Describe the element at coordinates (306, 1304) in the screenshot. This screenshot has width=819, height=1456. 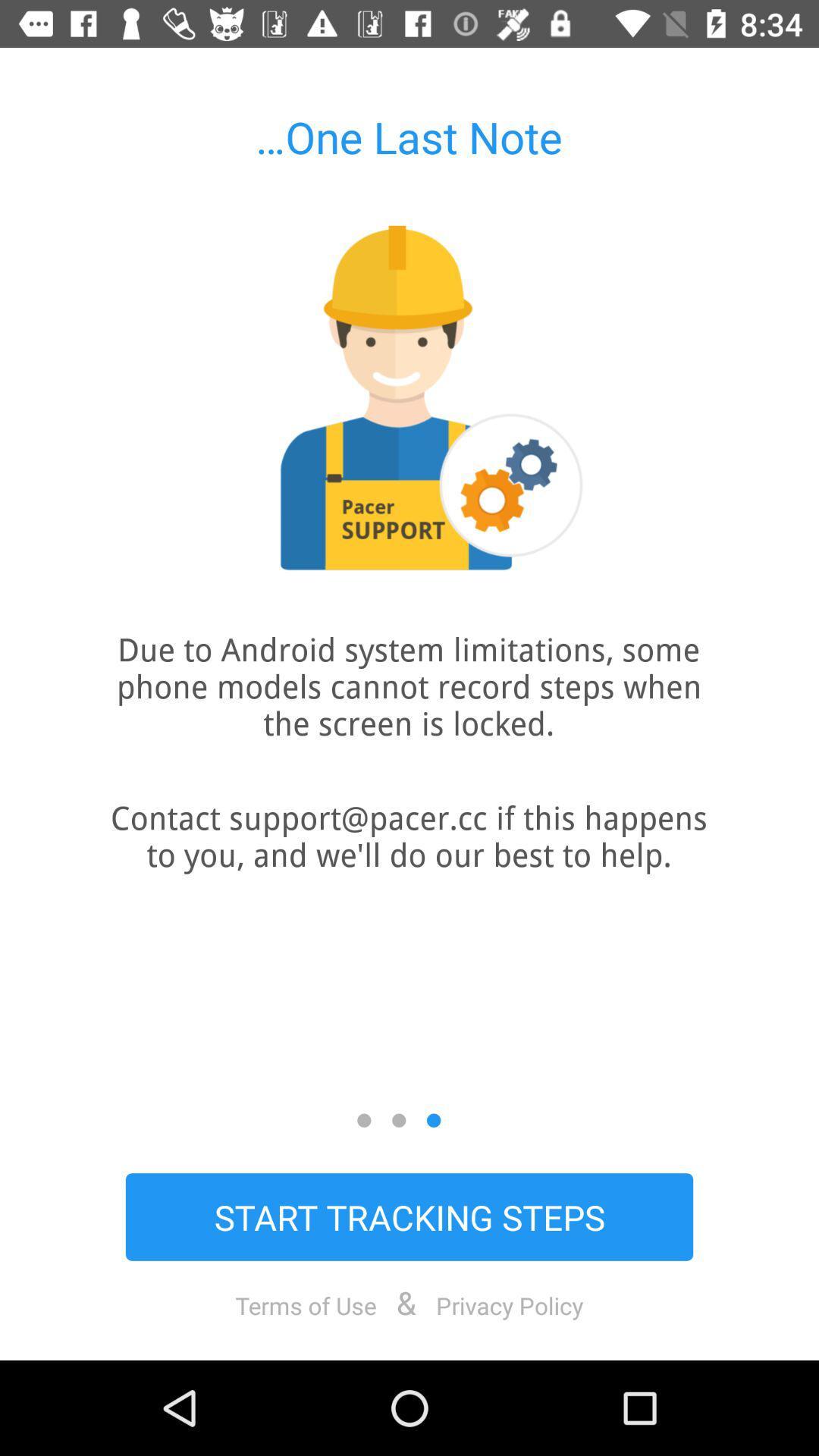
I see `terms of use icon` at that location.